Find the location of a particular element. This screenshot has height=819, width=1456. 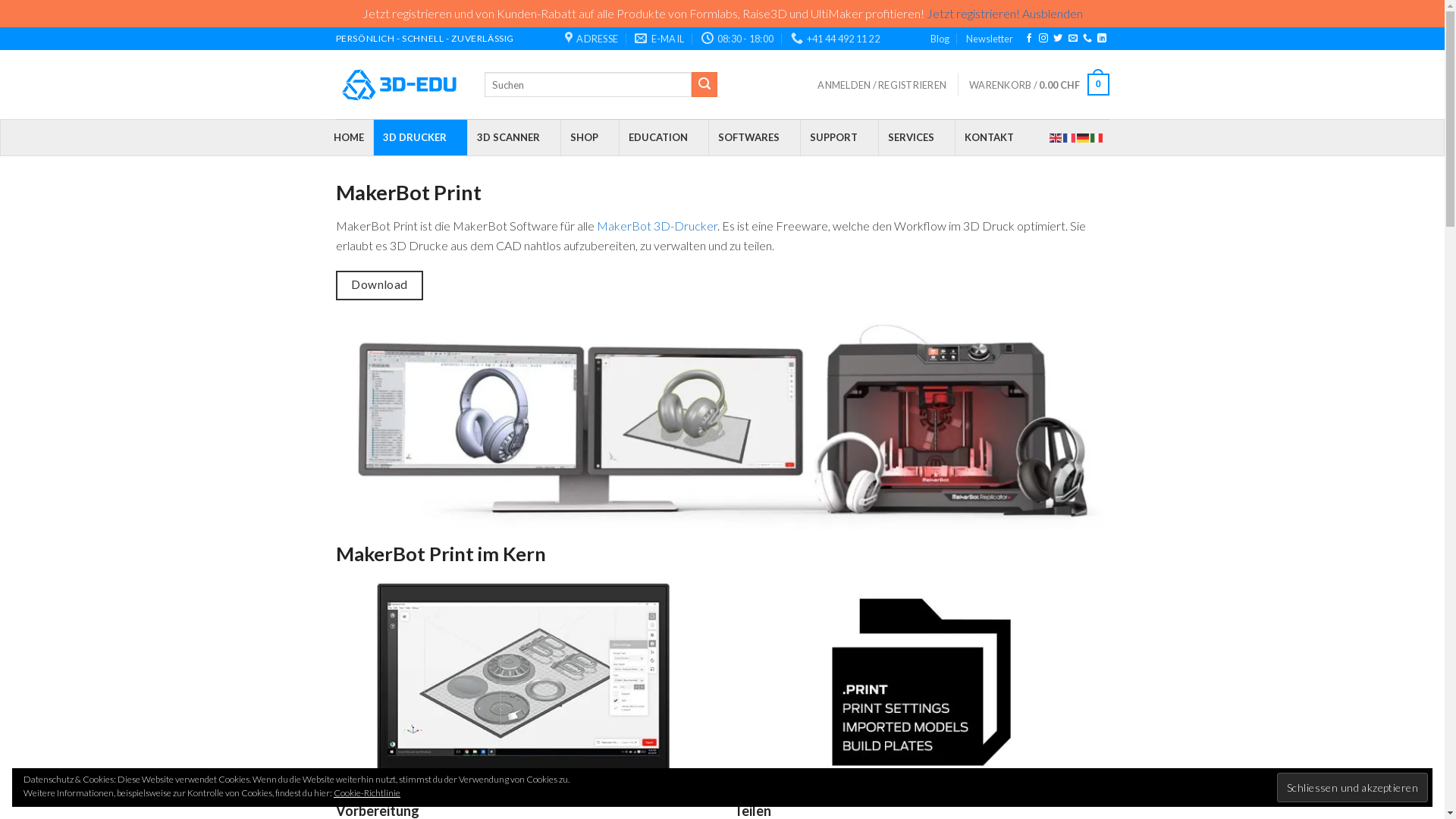

'Italiano' is located at coordinates (1097, 136).